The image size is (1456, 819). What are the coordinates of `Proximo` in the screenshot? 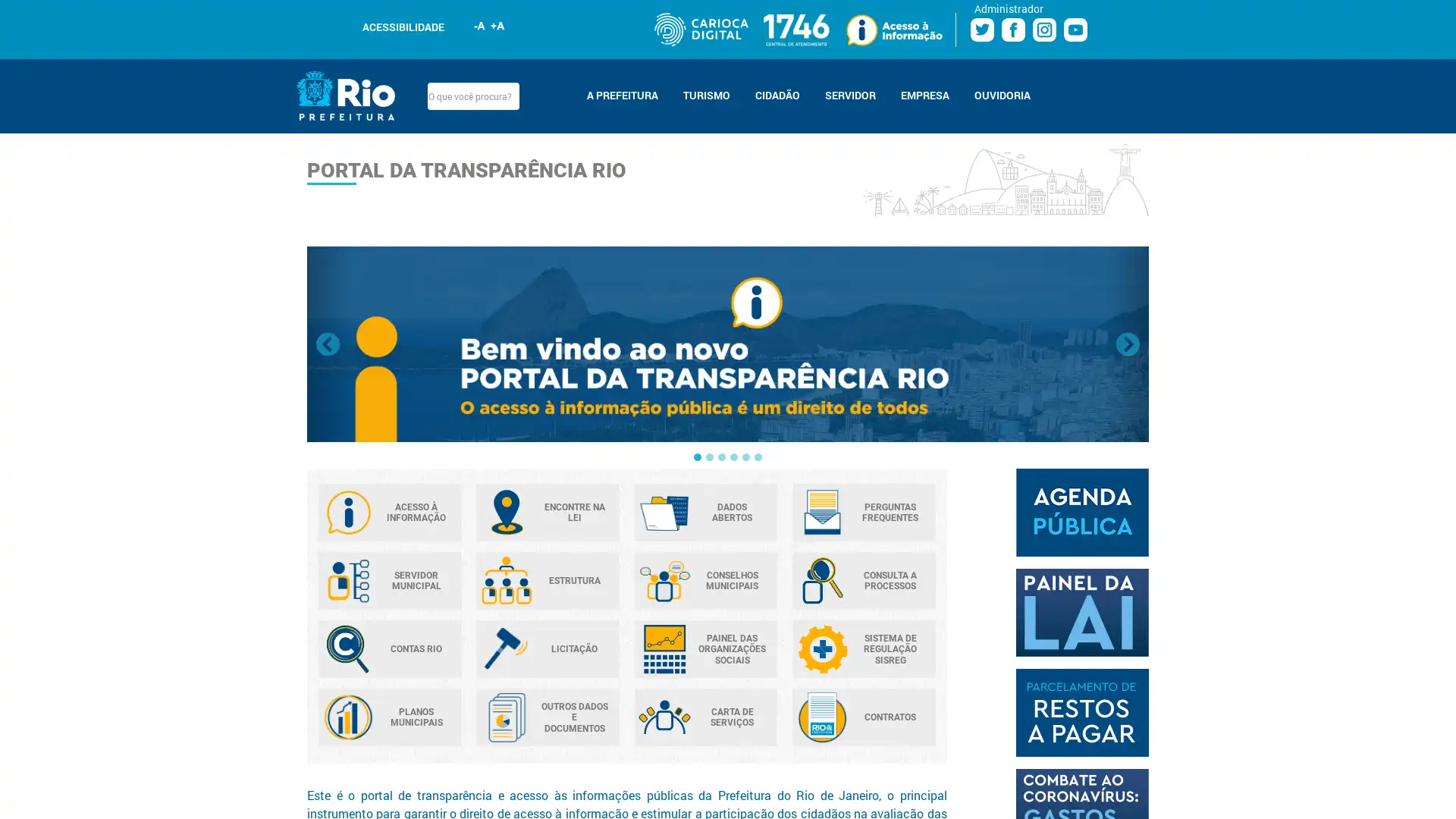 It's located at (1128, 344).